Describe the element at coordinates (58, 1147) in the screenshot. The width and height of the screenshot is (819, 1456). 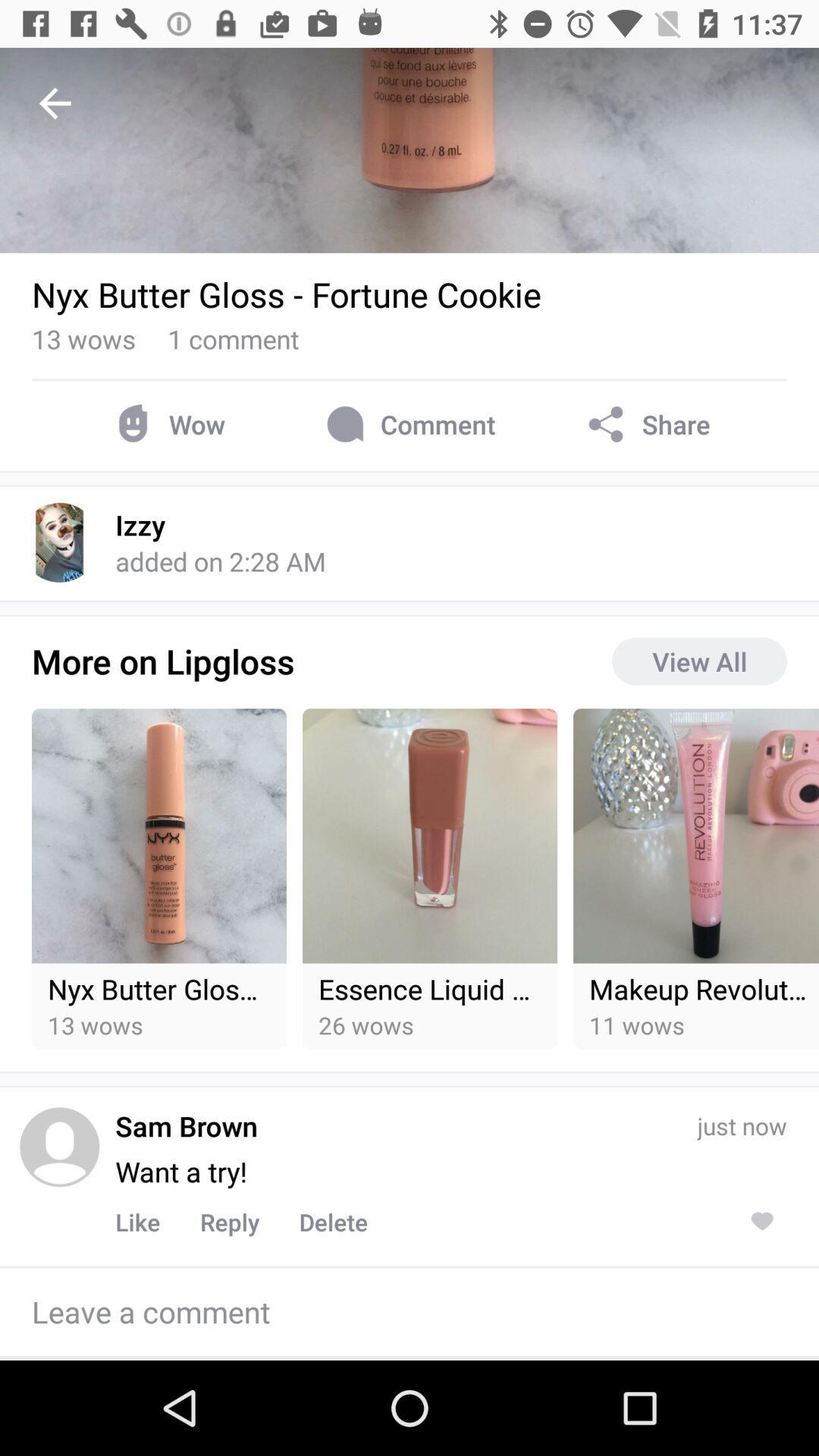
I see `the item next to sam brown icon` at that location.